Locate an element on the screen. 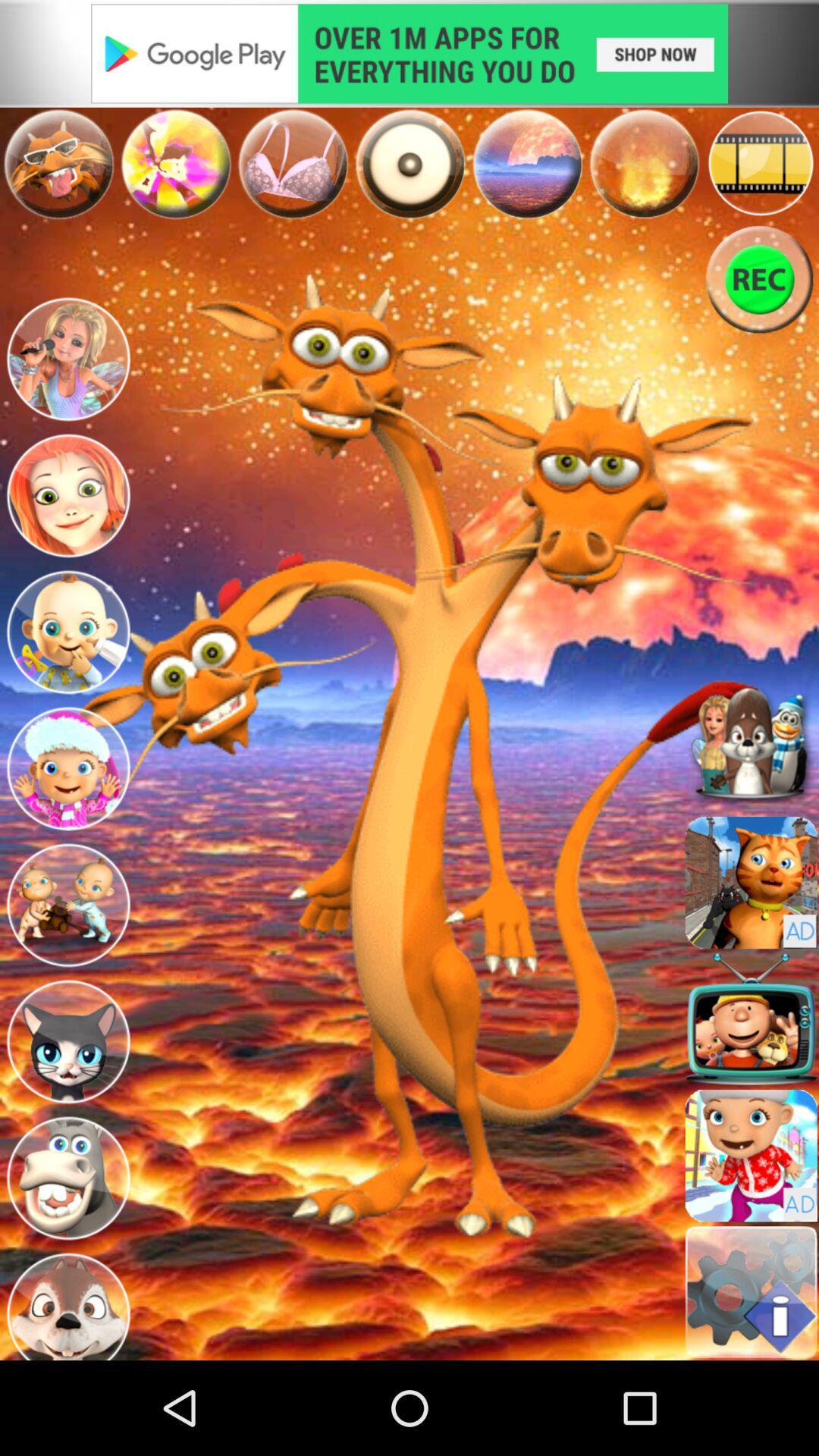  games is located at coordinates (174, 164).